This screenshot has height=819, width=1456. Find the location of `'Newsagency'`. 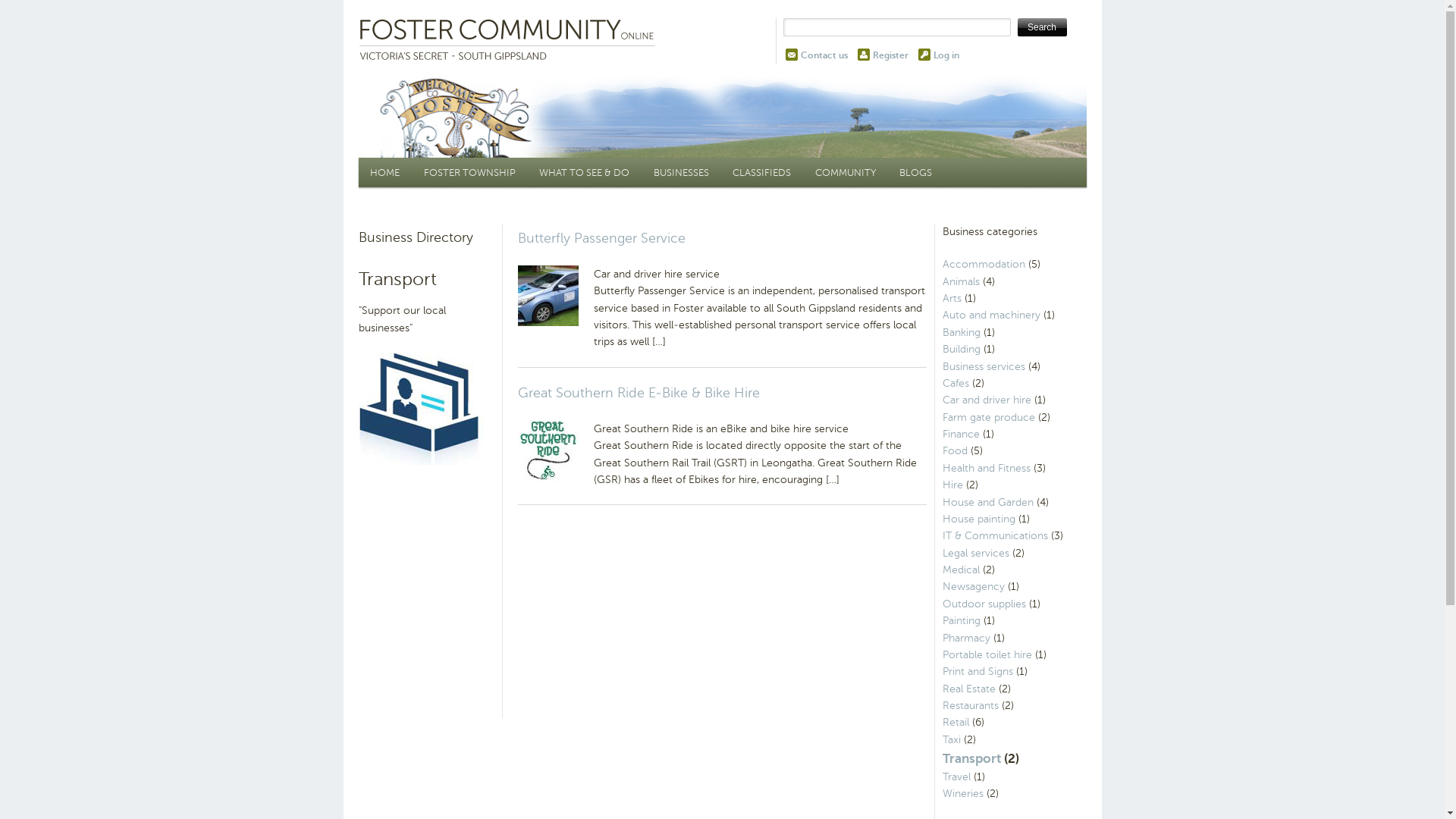

'Newsagency' is located at coordinates (972, 585).